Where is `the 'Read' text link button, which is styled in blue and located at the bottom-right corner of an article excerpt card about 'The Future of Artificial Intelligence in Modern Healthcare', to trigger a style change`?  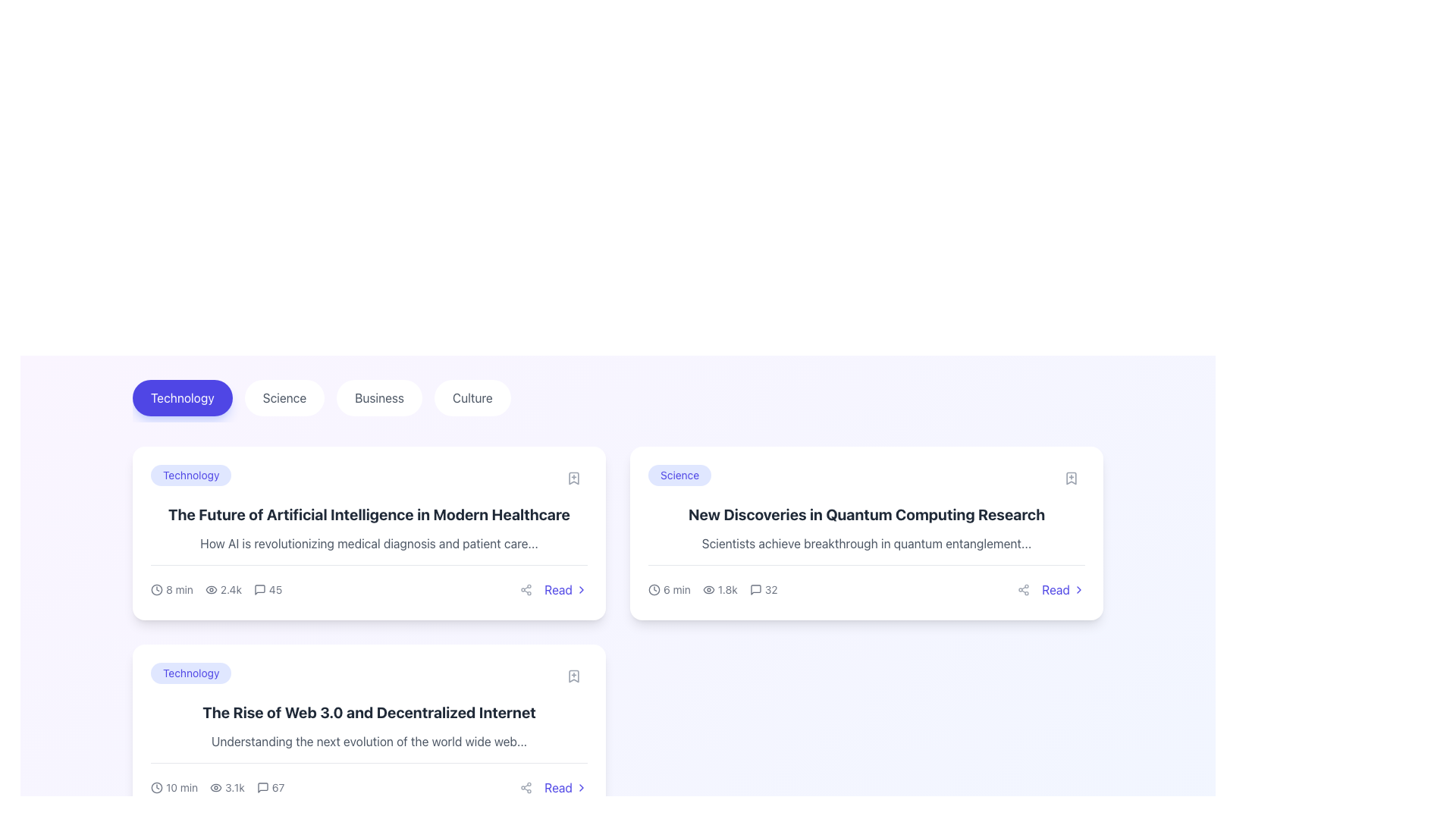 the 'Read' text link button, which is styled in blue and located at the bottom-right corner of an article excerpt card about 'The Future of Artificial Intelligence in Modern Healthcare', to trigger a style change is located at coordinates (550, 589).